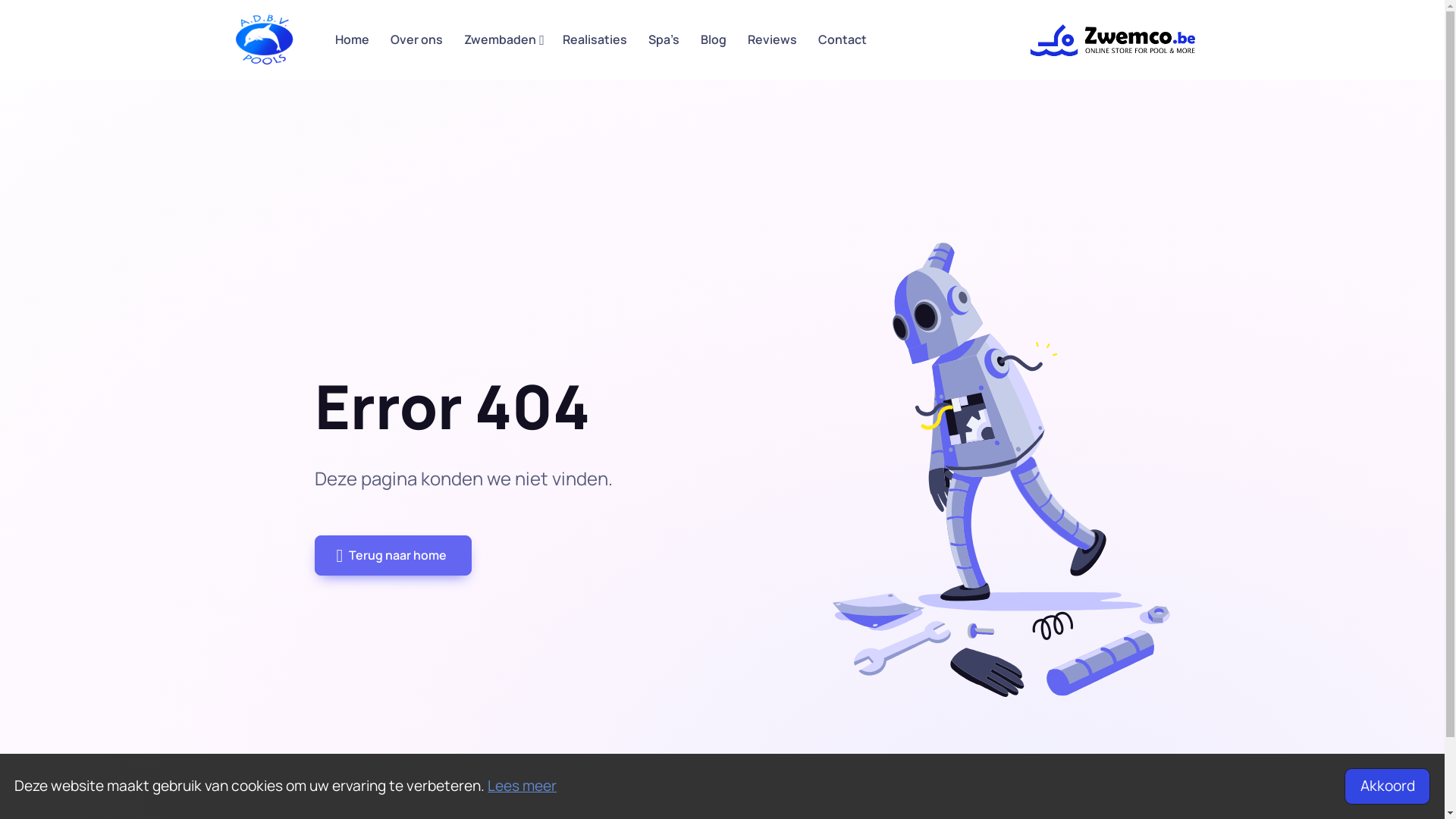 This screenshot has height=819, width=1456. What do you see at coordinates (488, 785) in the screenshot?
I see `'Lees meer'` at bounding box center [488, 785].